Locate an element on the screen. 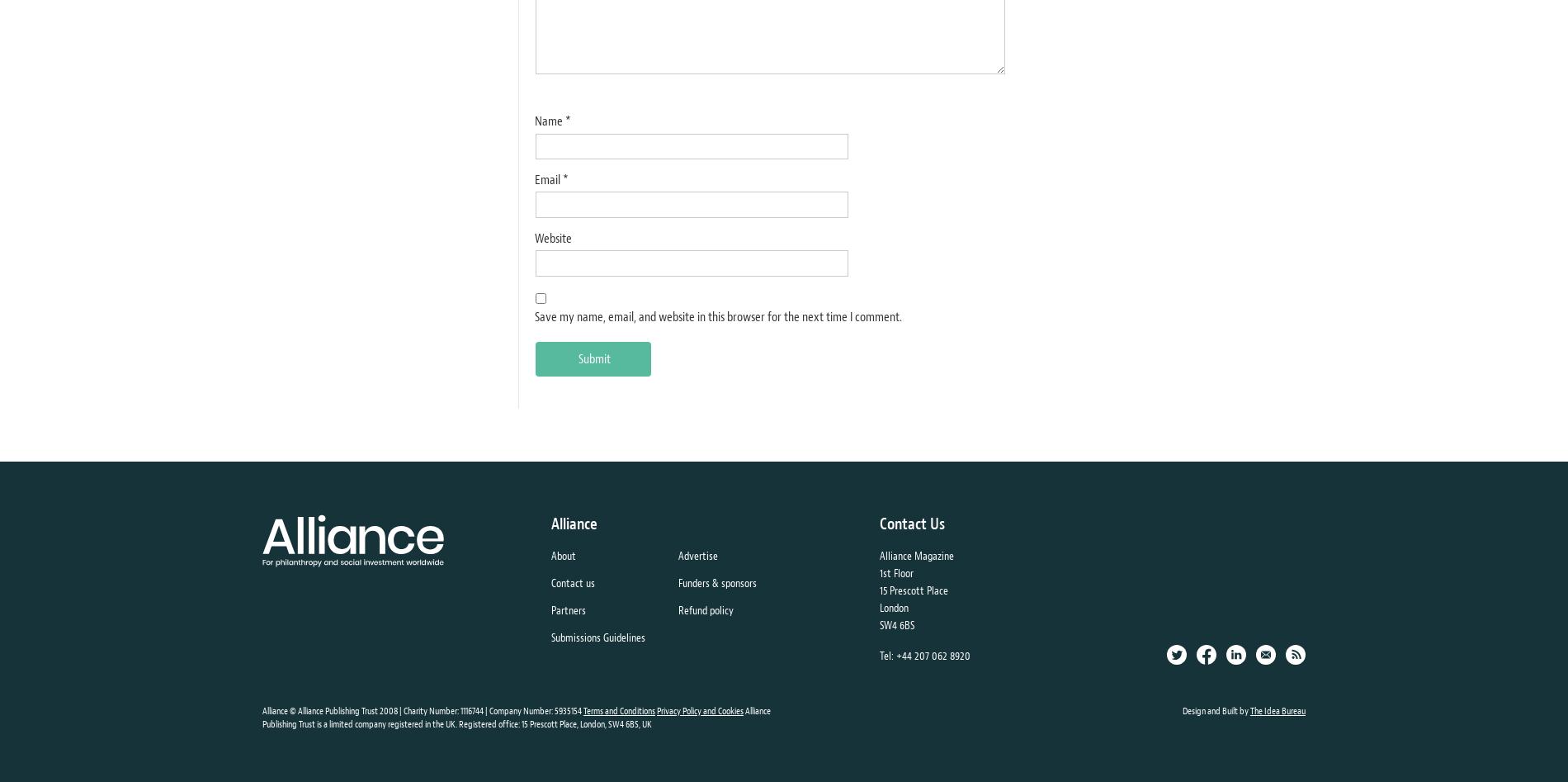 The height and width of the screenshot is (782, 1568). 'Name' is located at coordinates (533, 120).